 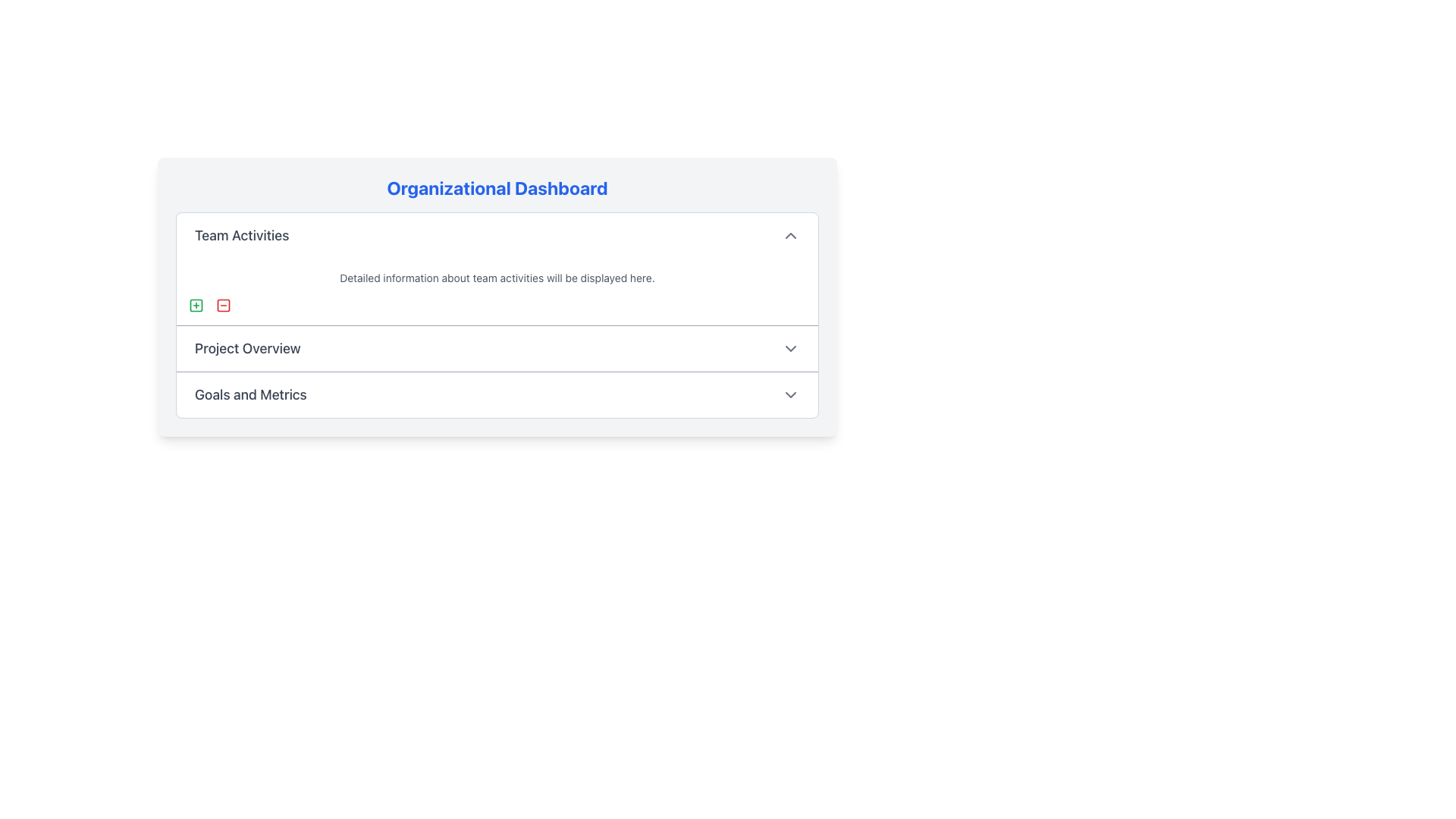 I want to click on the bold, blue-colored text displaying 'Organizational Dashboard' at the top of the panel, so click(x=497, y=187).